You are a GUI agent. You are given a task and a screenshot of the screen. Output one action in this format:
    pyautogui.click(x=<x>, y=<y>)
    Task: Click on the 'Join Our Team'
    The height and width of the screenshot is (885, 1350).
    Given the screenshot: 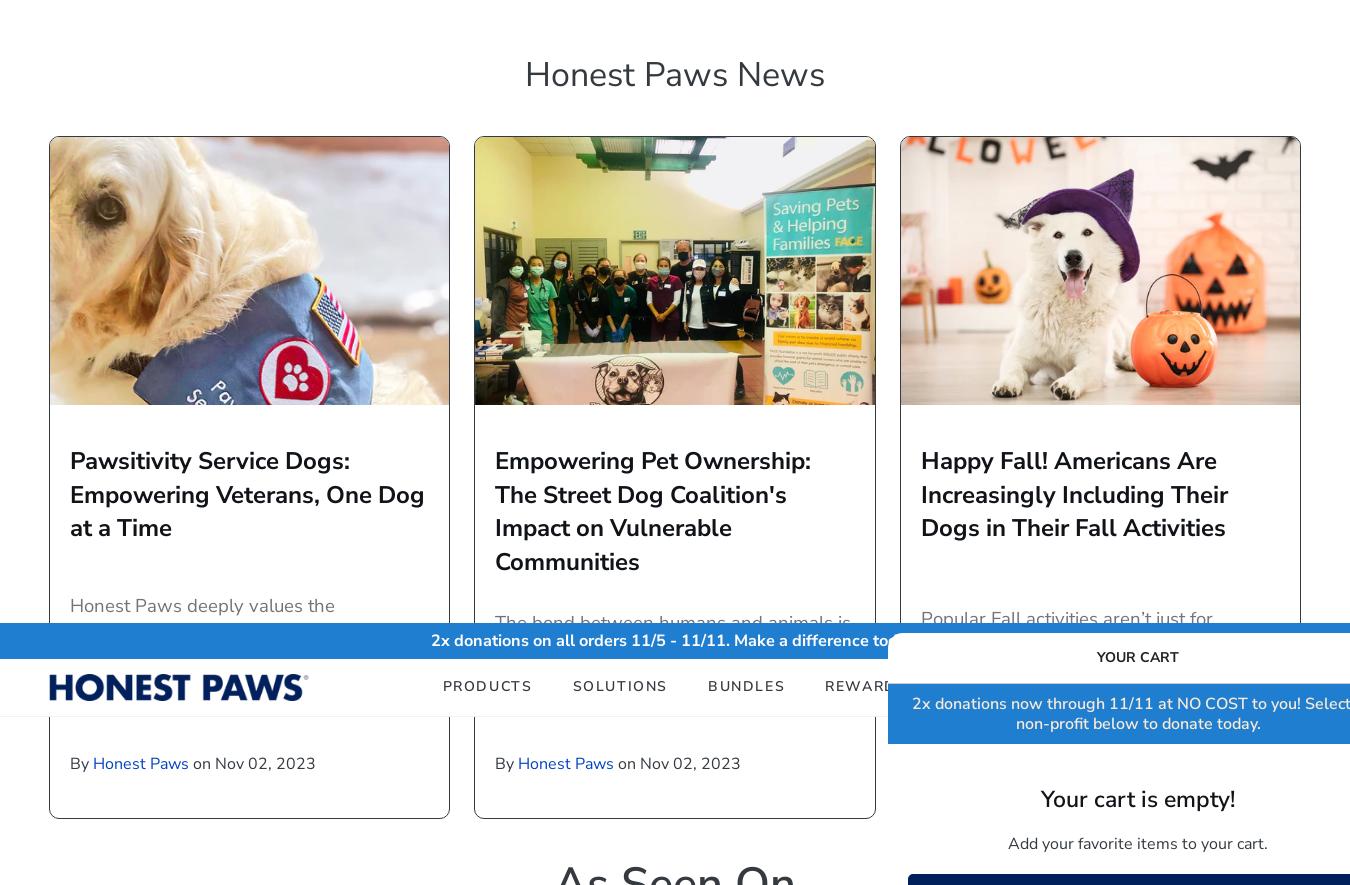 What is the action you would take?
    pyautogui.click(x=1018, y=648)
    